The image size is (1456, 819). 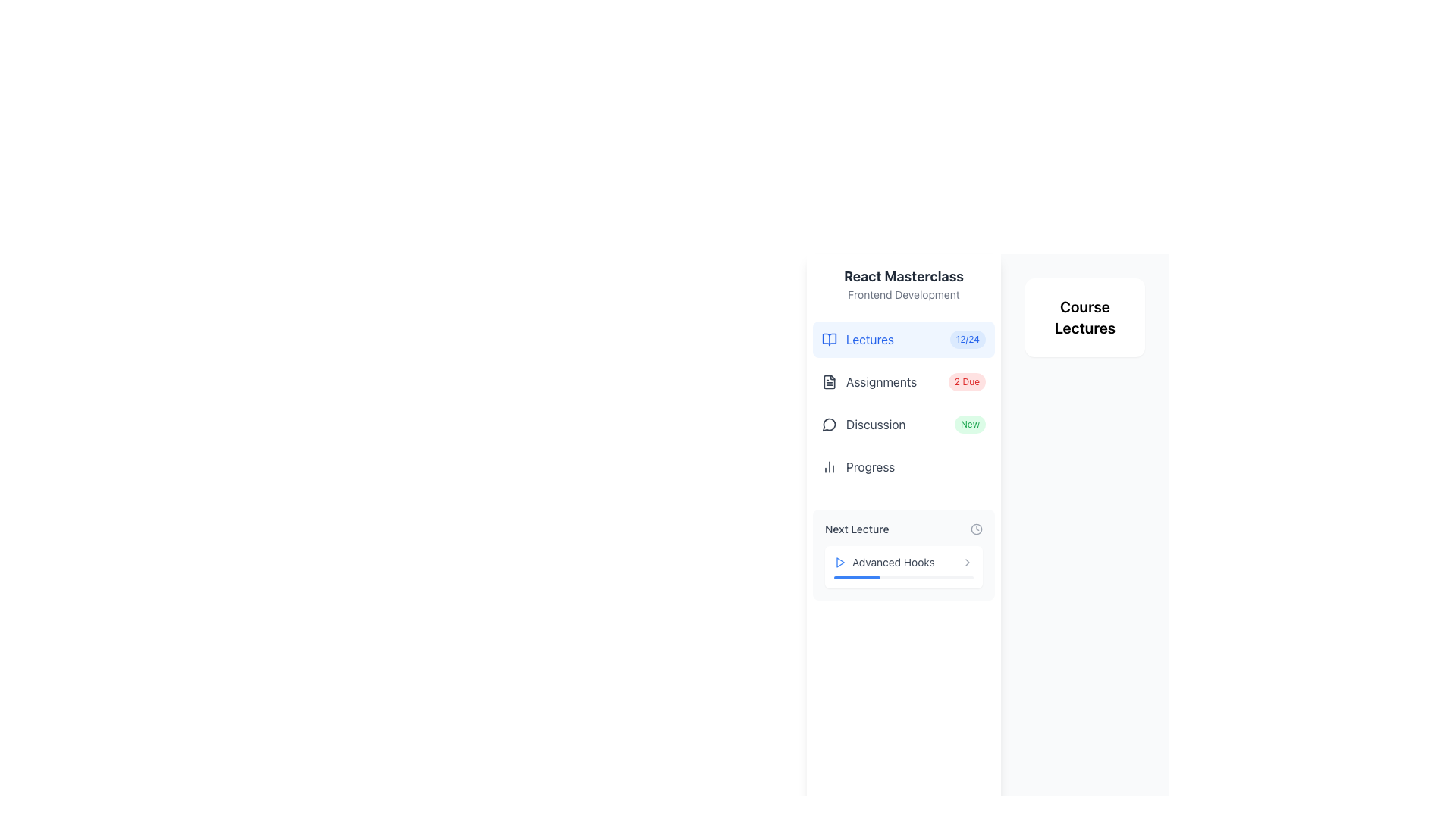 What do you see at coordinates (1084, 317) in the screenshot?
I see `the 'Course Lectures' section header, which indicates the content of the section it represents` at bounding box center [1084, 317].